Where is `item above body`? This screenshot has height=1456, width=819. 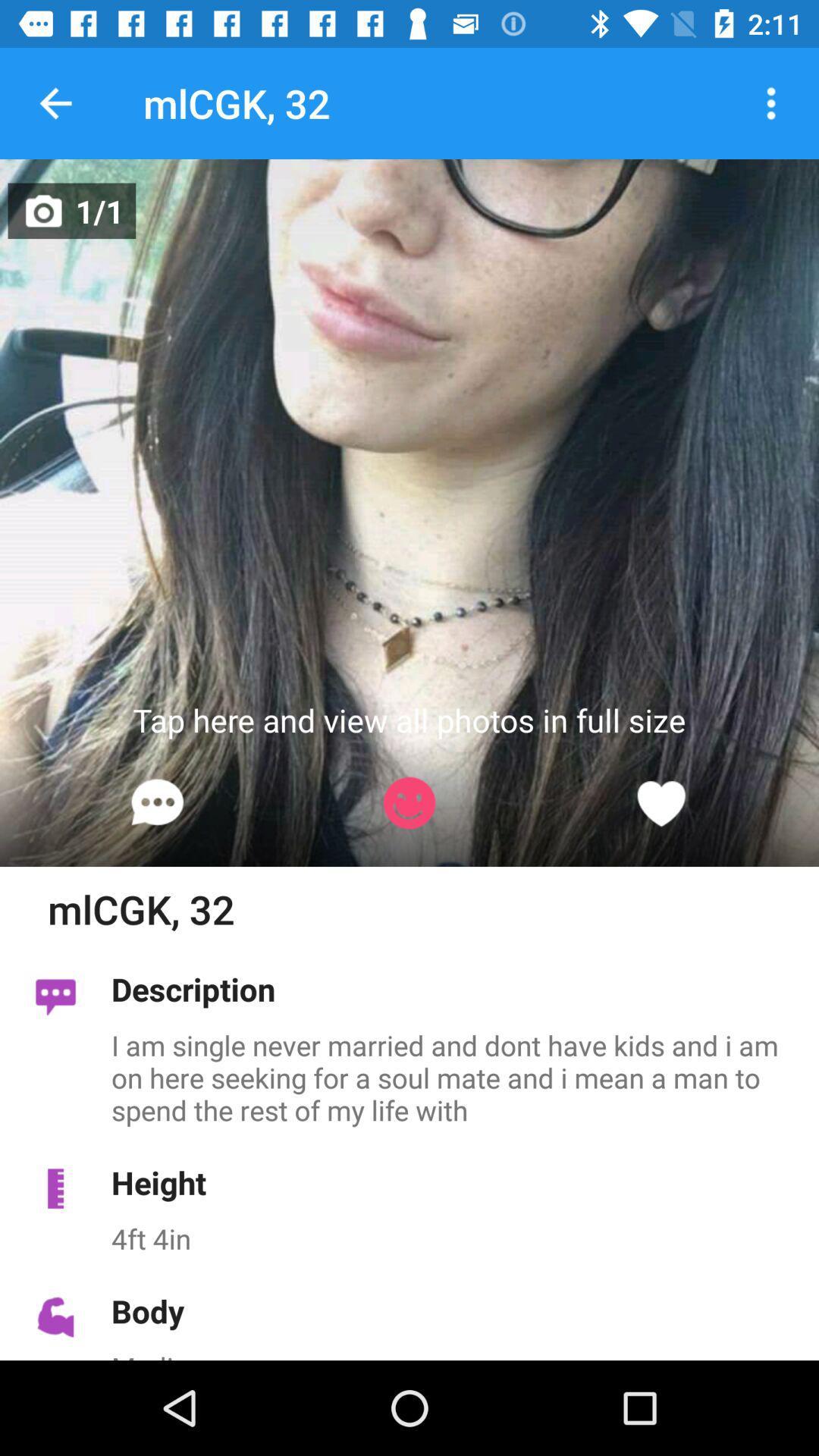
item above body is located at coordinates (456, 1238).